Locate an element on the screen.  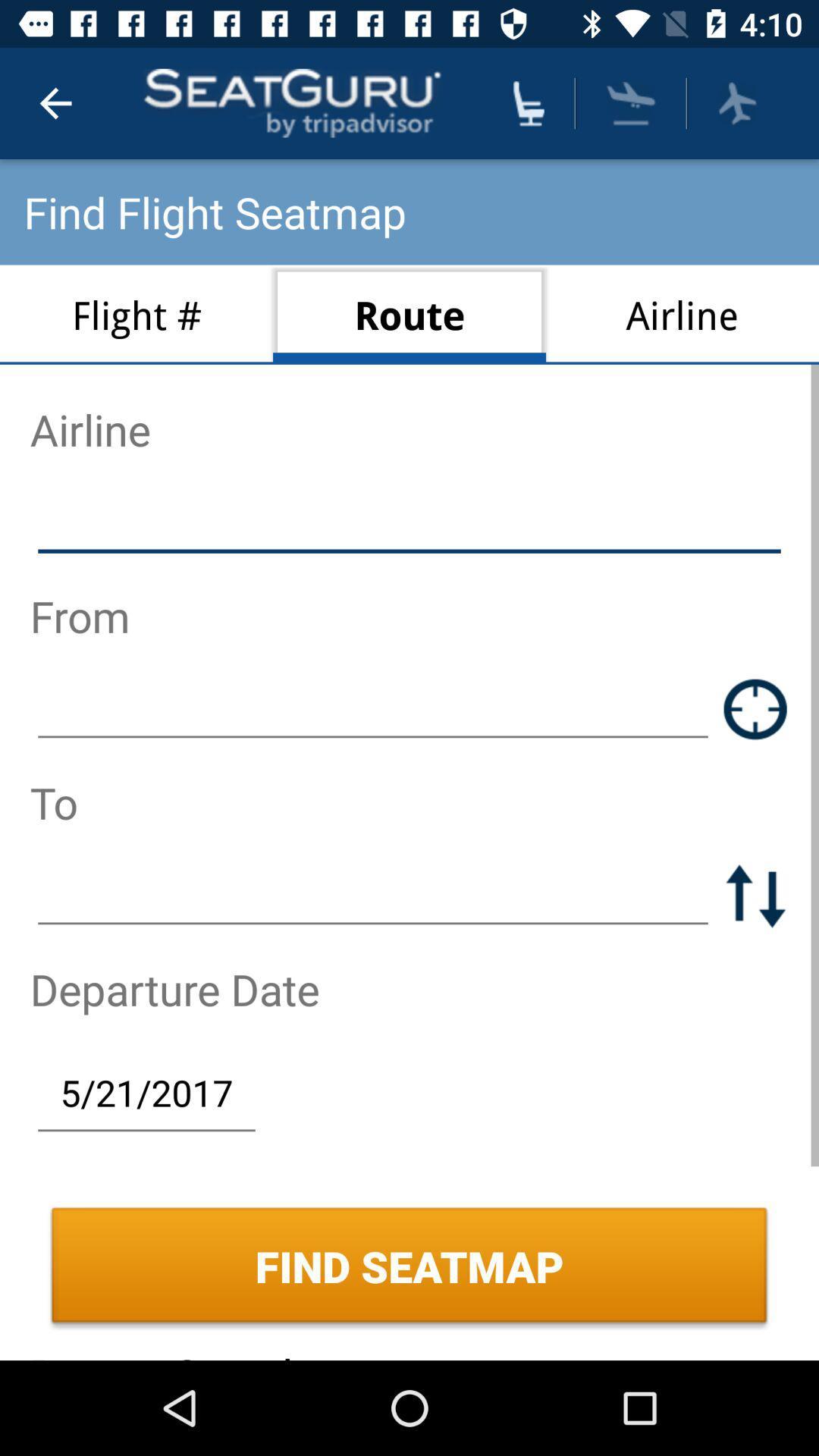
the item to the right of the flight # item is located at coordinates (409, 314).